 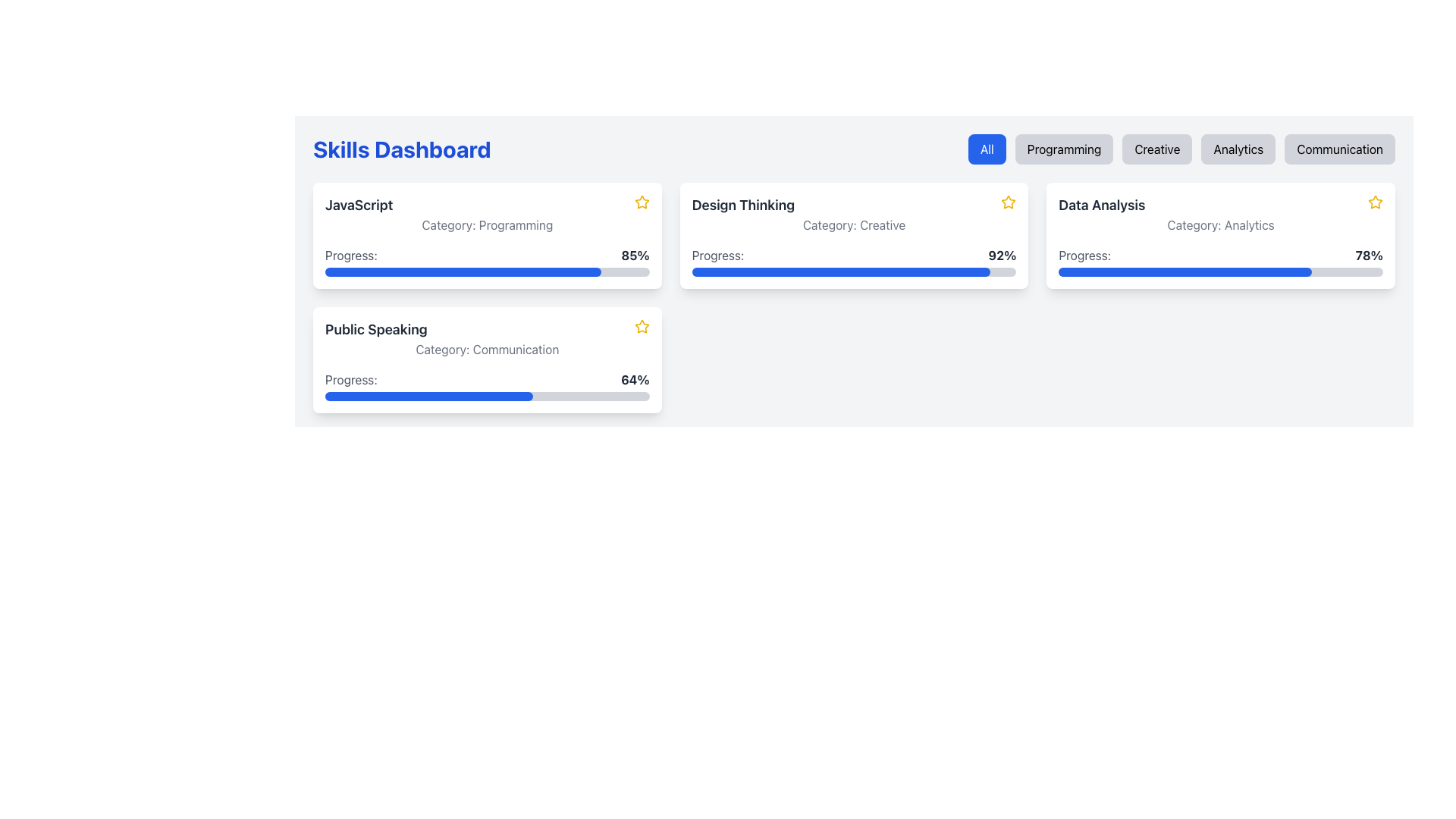 What do you see at coordinates (487, 350) in the screenshot?
I see `the text label styled in gray that contains the phrase 'Category: Communication', positioned beneath the title 'Public Speaking' within a card-like structure` at bounding box center [487, 350].